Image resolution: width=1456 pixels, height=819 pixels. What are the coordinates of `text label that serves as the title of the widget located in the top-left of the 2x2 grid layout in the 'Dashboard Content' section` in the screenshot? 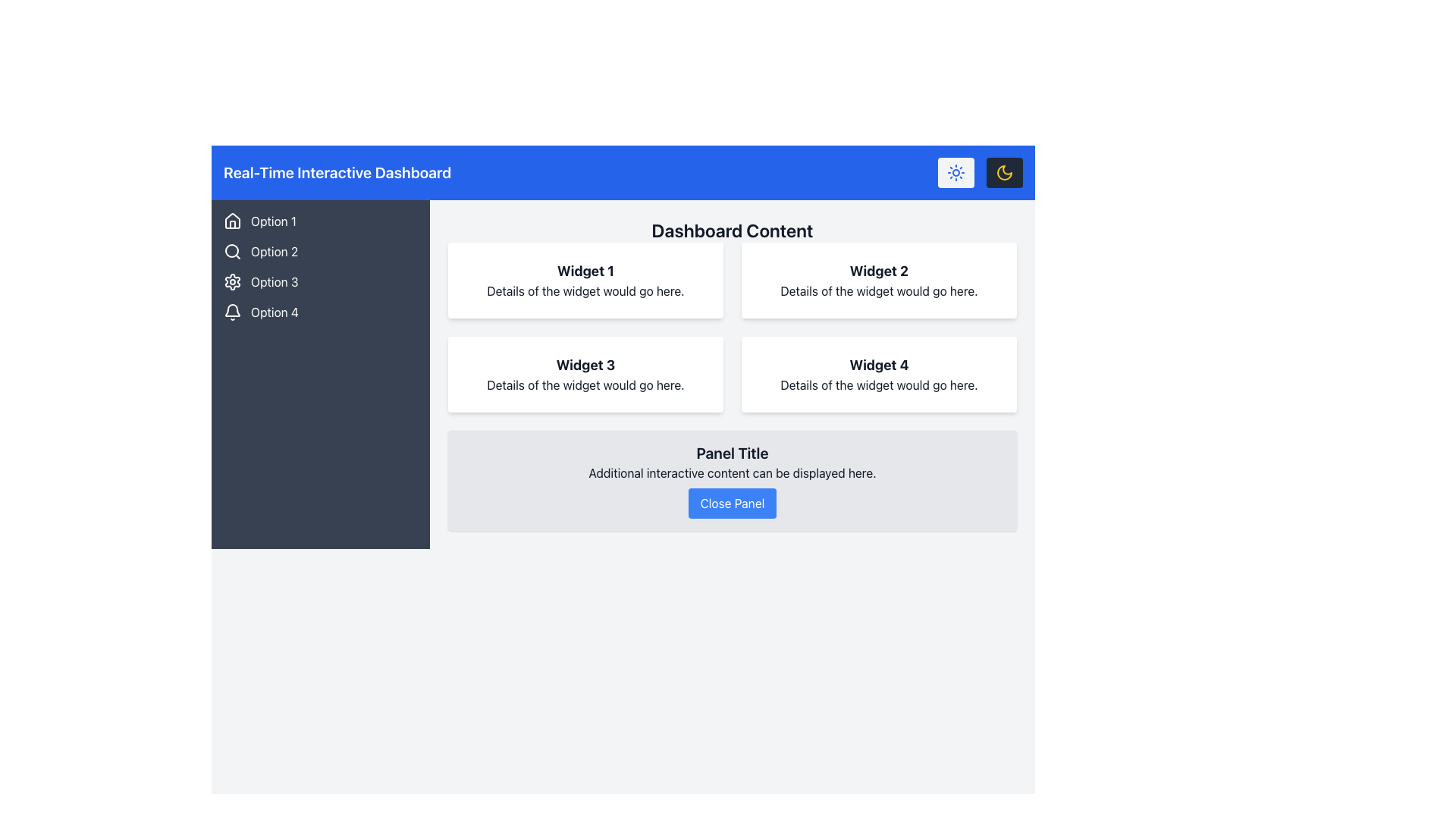 It's located at (585, 271).